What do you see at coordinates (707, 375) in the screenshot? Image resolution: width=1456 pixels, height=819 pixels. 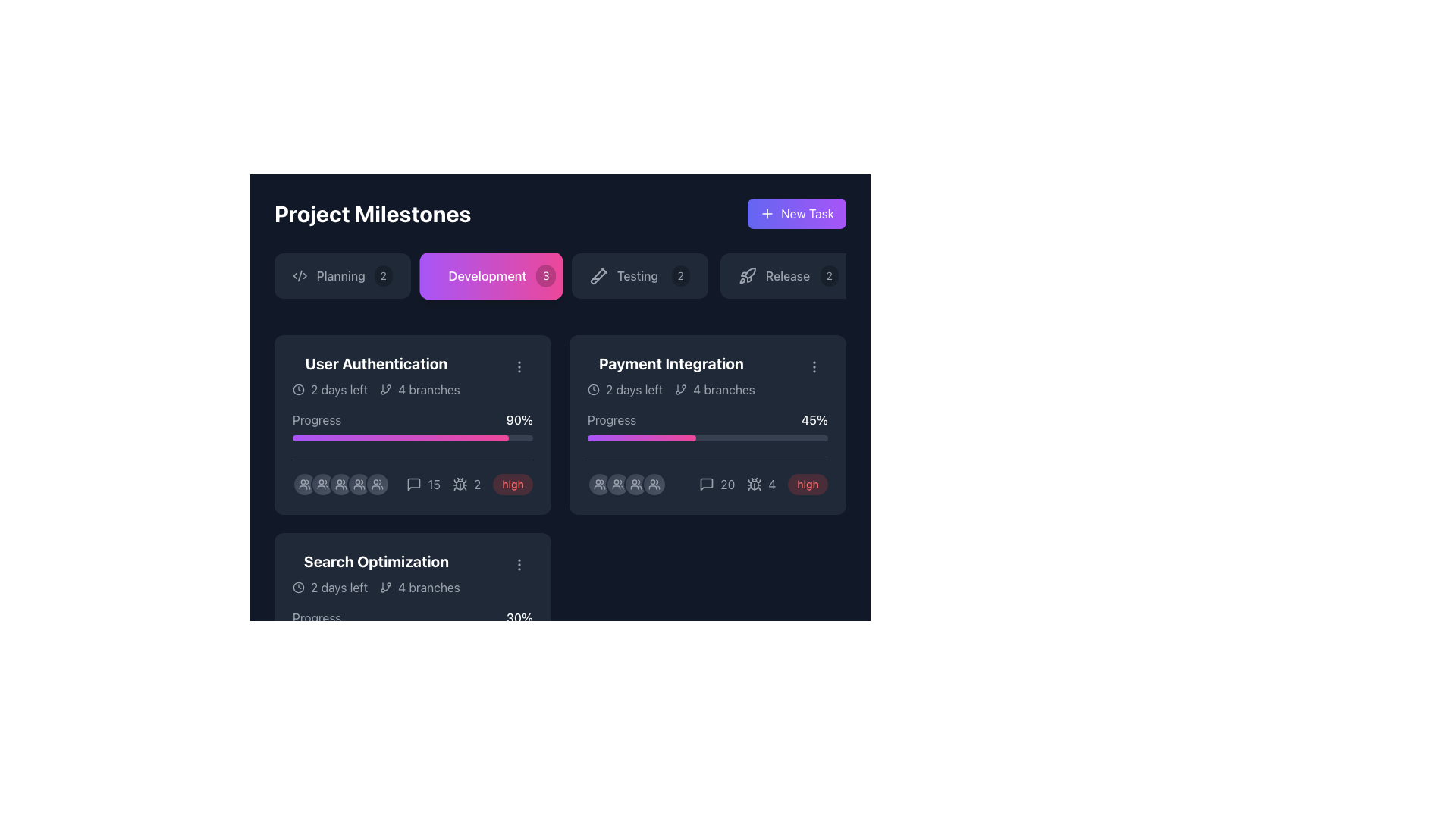 I see `the title 'Payment Integration'` at bounding box center [707, 375].